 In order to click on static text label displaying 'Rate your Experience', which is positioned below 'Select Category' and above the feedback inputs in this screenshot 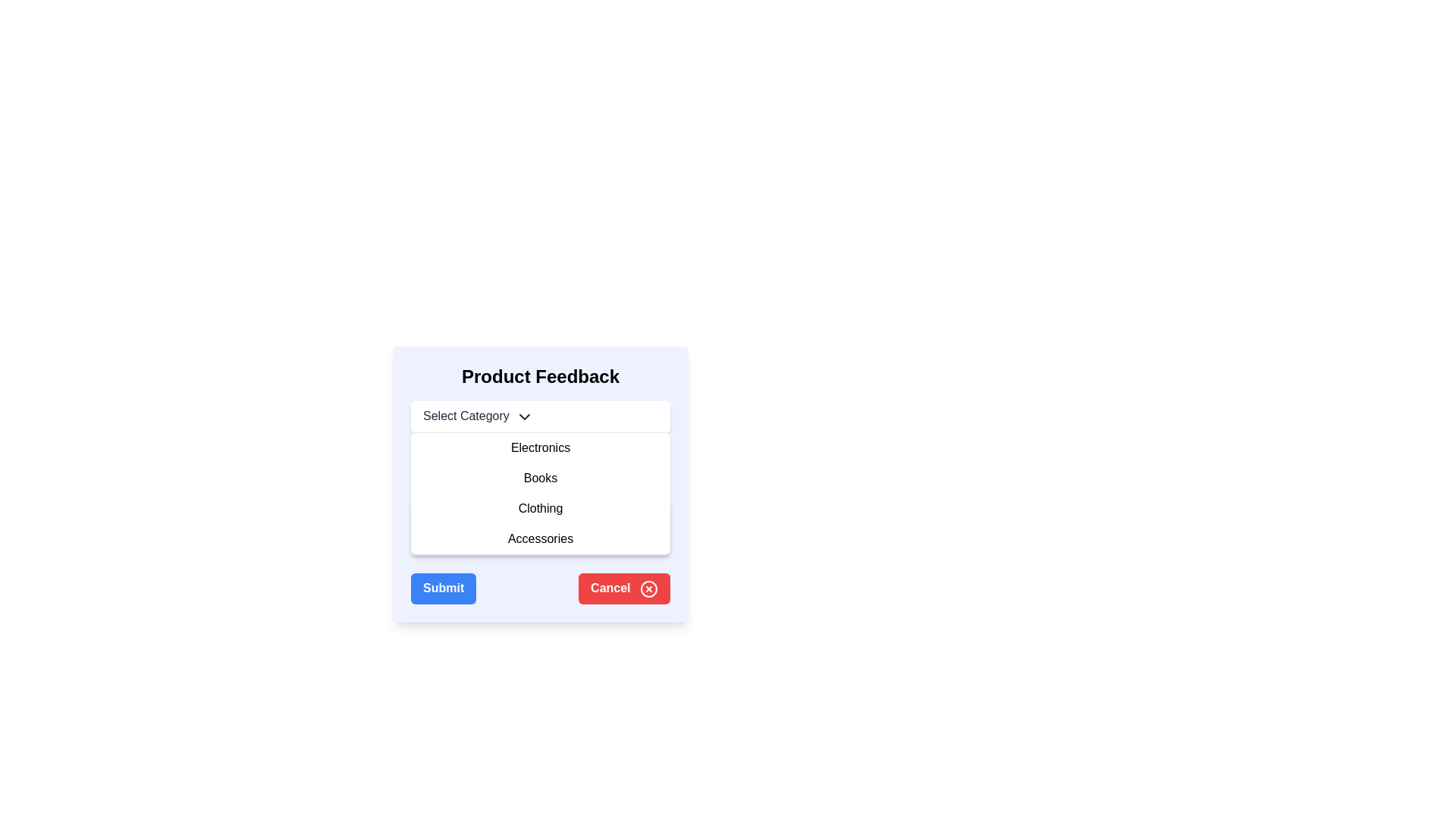, I will do `click(541, 454)`.